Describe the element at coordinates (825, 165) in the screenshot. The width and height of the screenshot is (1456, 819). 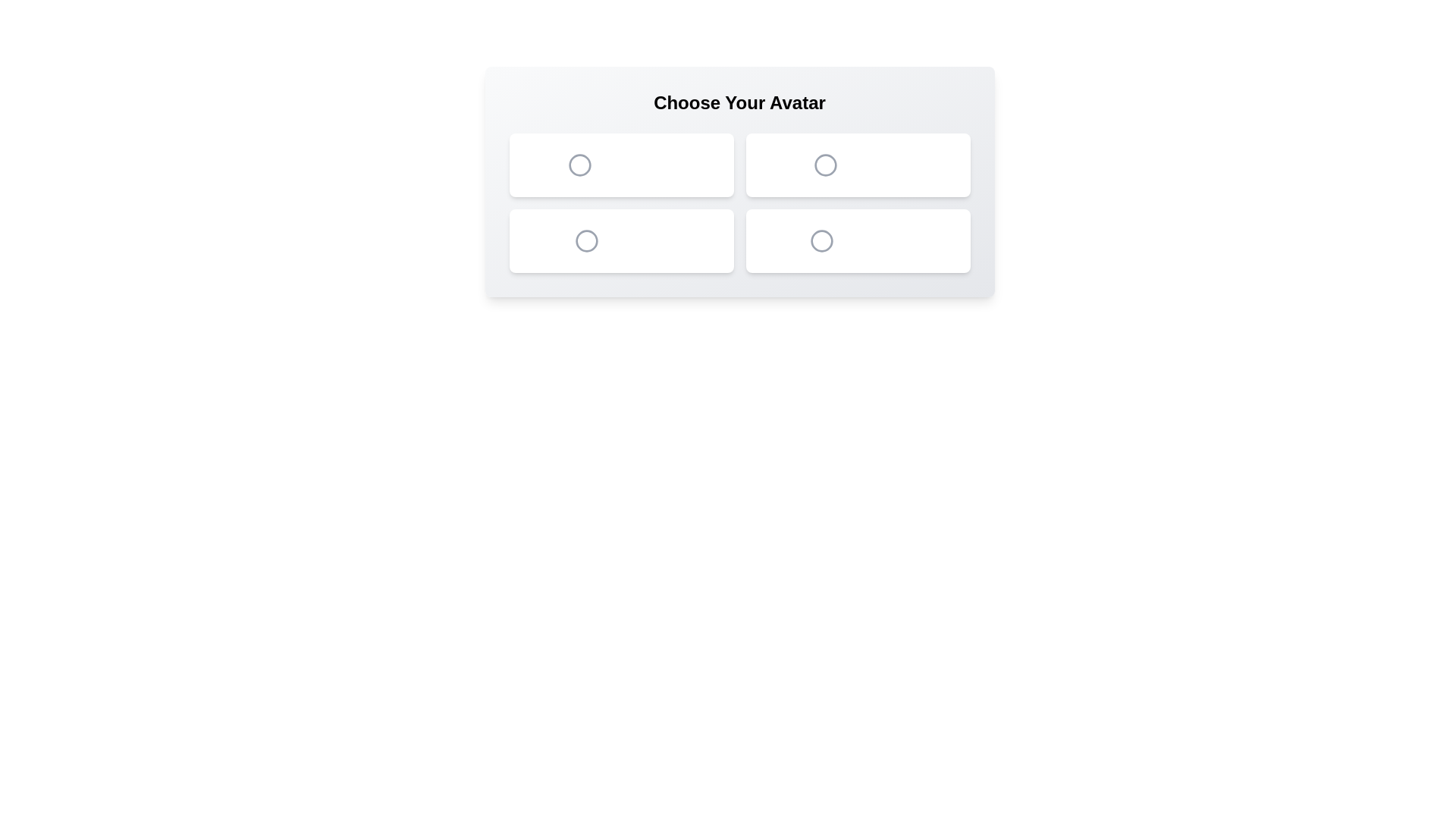
I see `the status of the icon located next to the 'Explorer' button, which serves as a visual indicator for selection or action` at that location.